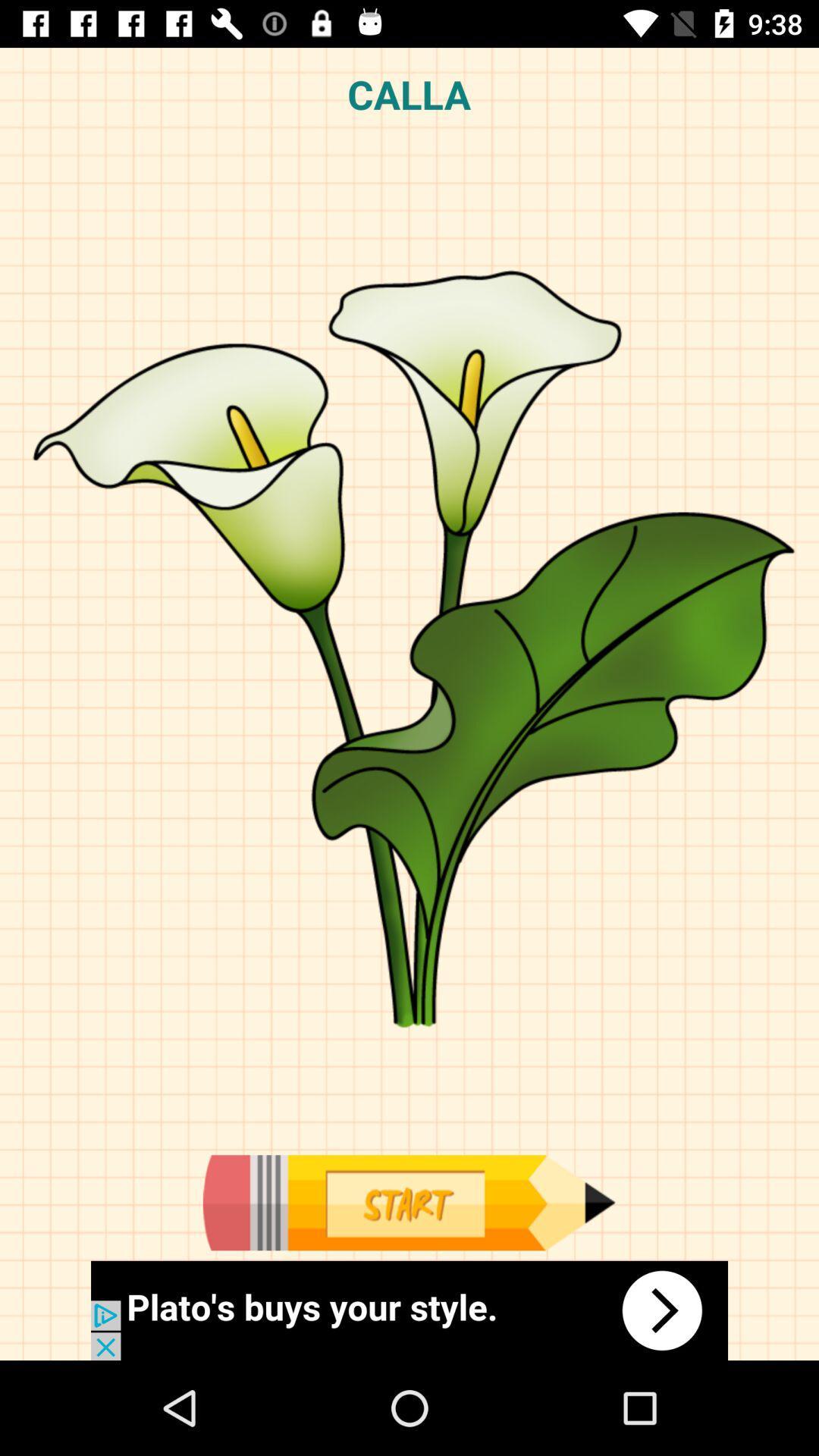 This screenshot has width=819, height=1456. Describe the element at coordinates (409, 1310) in the screenshot. I see `advertisement page` at that location.